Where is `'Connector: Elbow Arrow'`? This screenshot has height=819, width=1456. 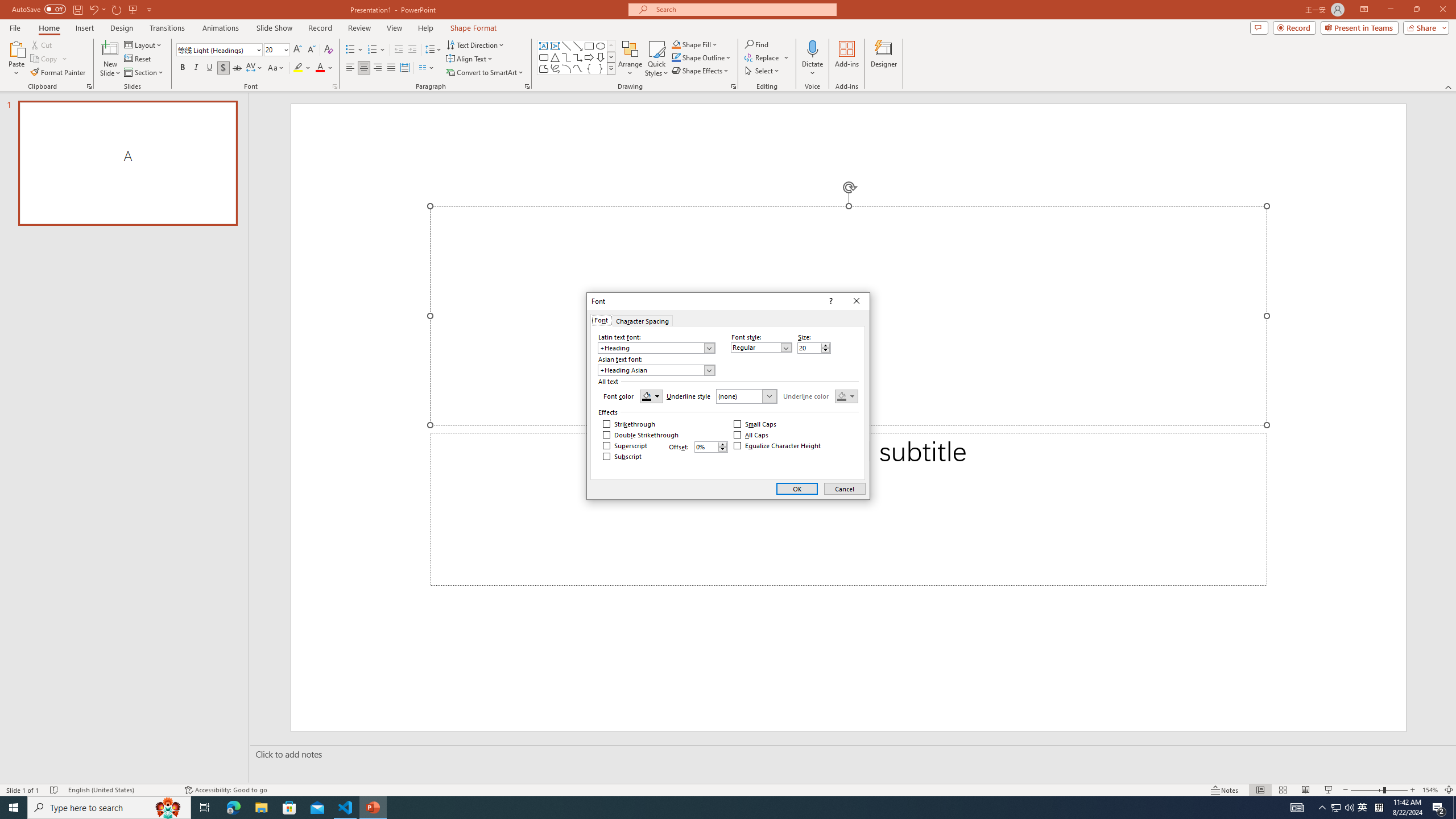 'Connector: Elbow Arrow' is located at coordinates (577, 56).